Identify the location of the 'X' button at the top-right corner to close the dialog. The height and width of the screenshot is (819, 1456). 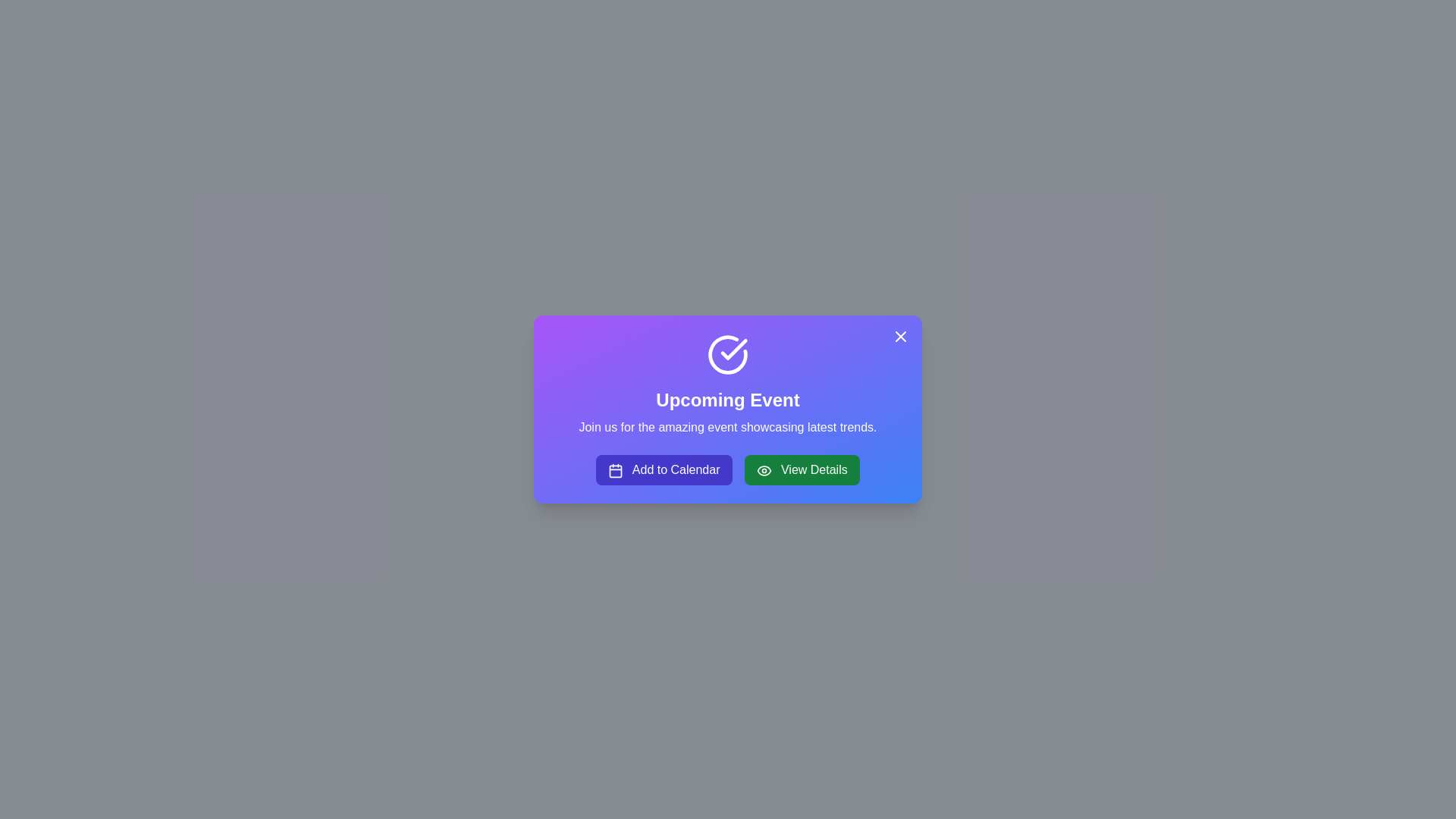
(901, 335).